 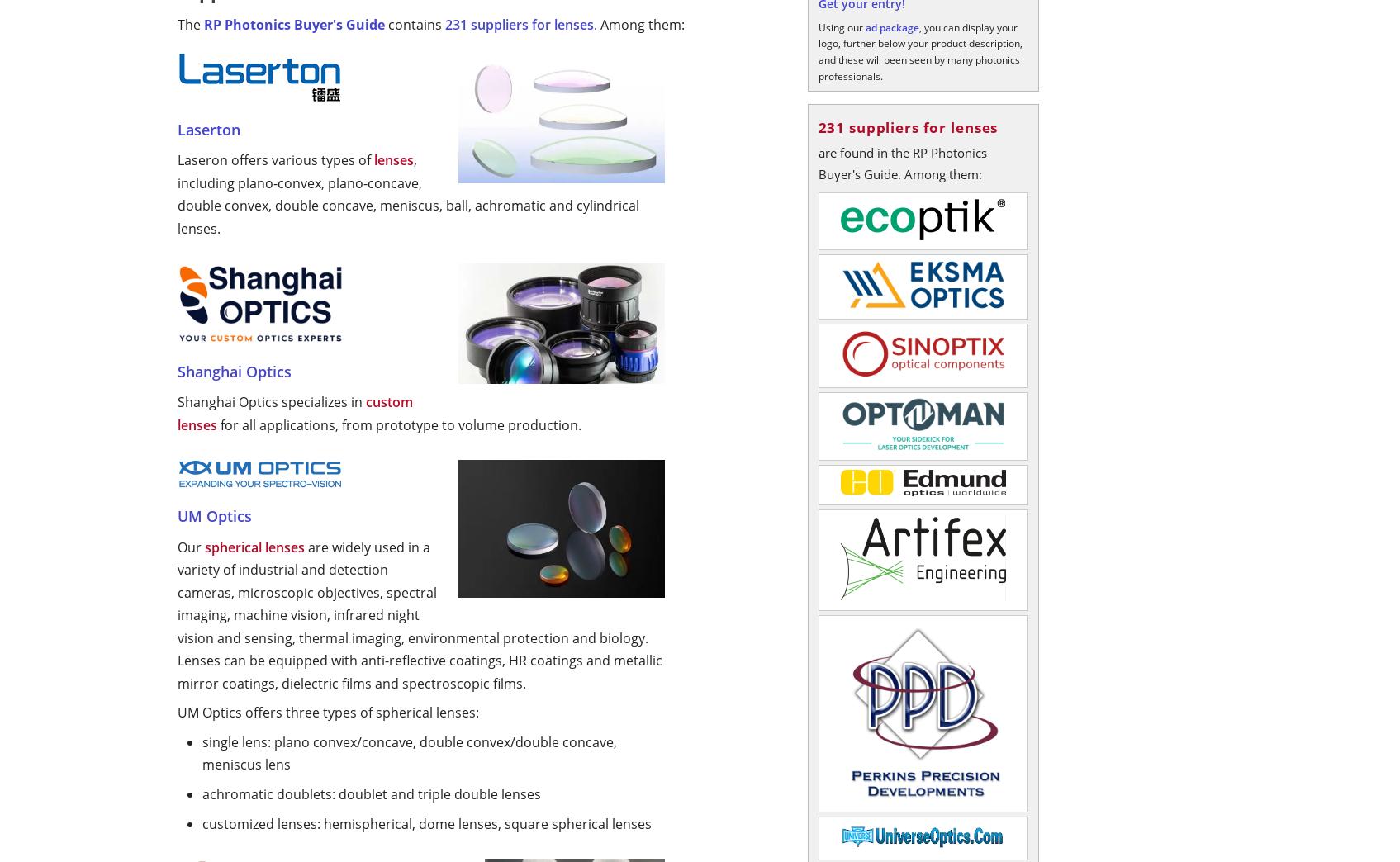 I want to click on 'RP Photonics Buyer's Guide', so click(x=293, y=23).